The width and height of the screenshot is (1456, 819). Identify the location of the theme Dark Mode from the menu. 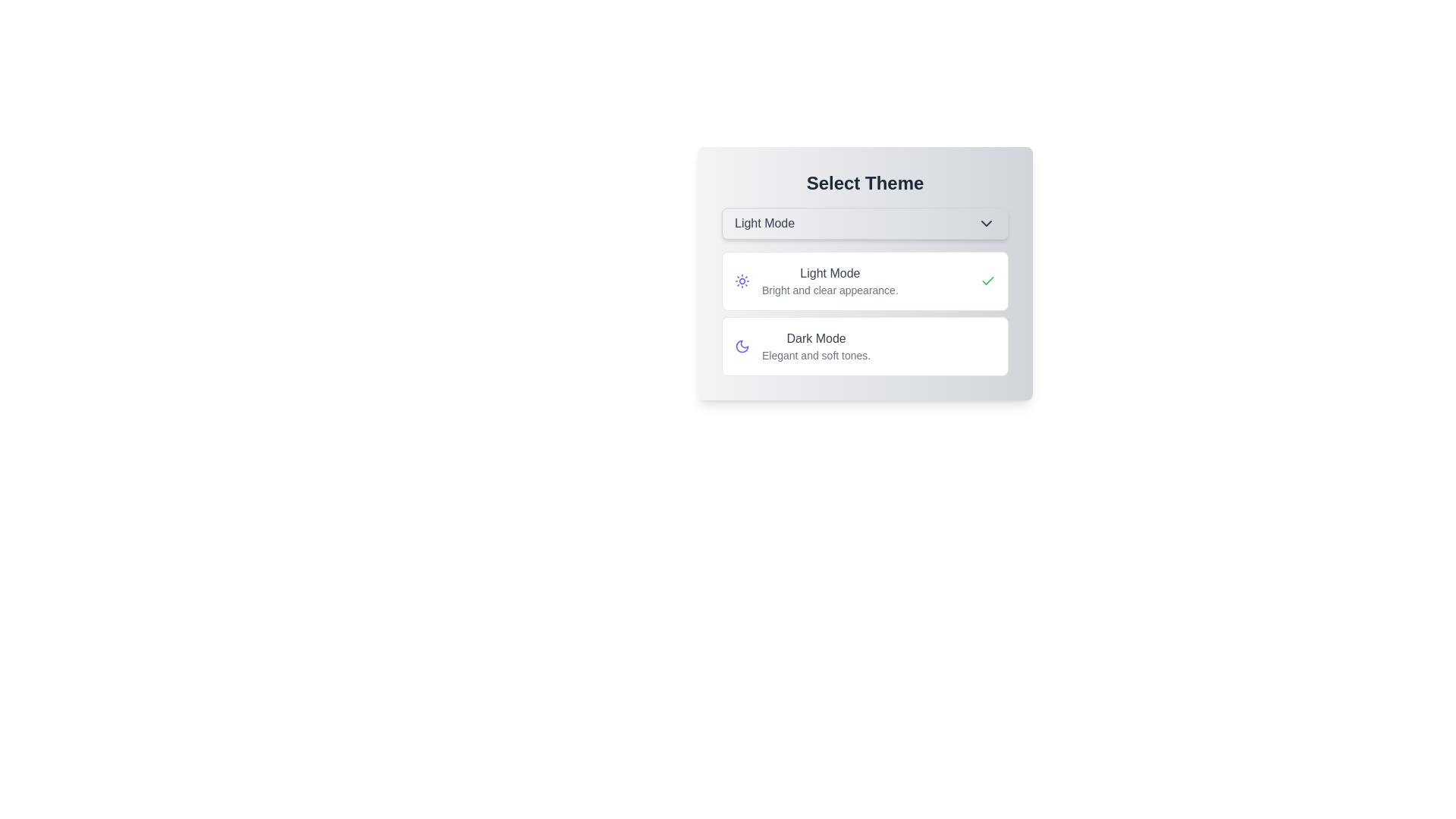
(865, 346).